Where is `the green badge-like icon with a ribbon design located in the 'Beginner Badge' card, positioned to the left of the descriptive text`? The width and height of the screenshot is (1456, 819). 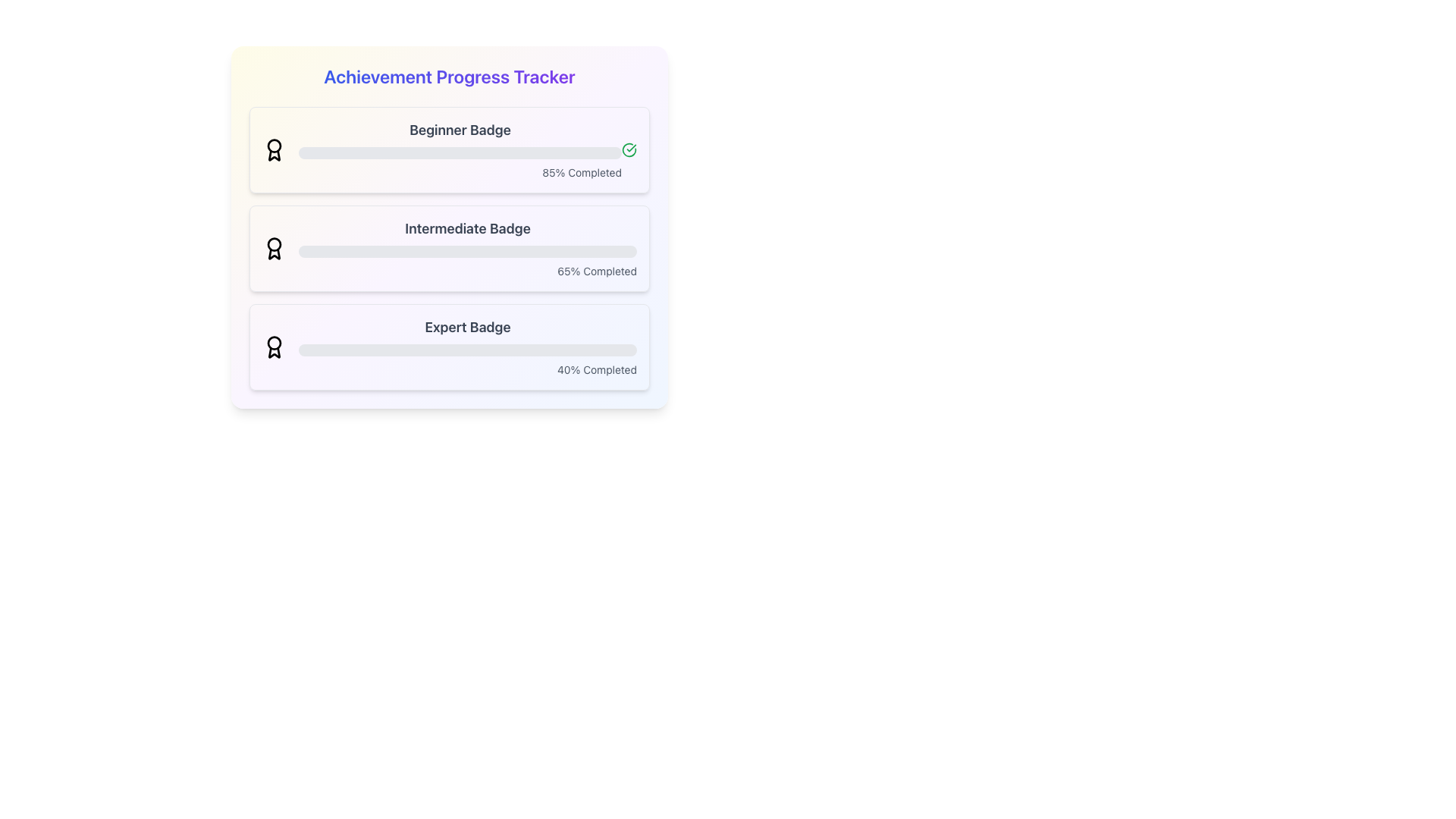 the green badge-like icon with a ribbon design located in the 'Beginner Badge' card, positioned to the left of the descriptive text is located at coordinates (274, 149).